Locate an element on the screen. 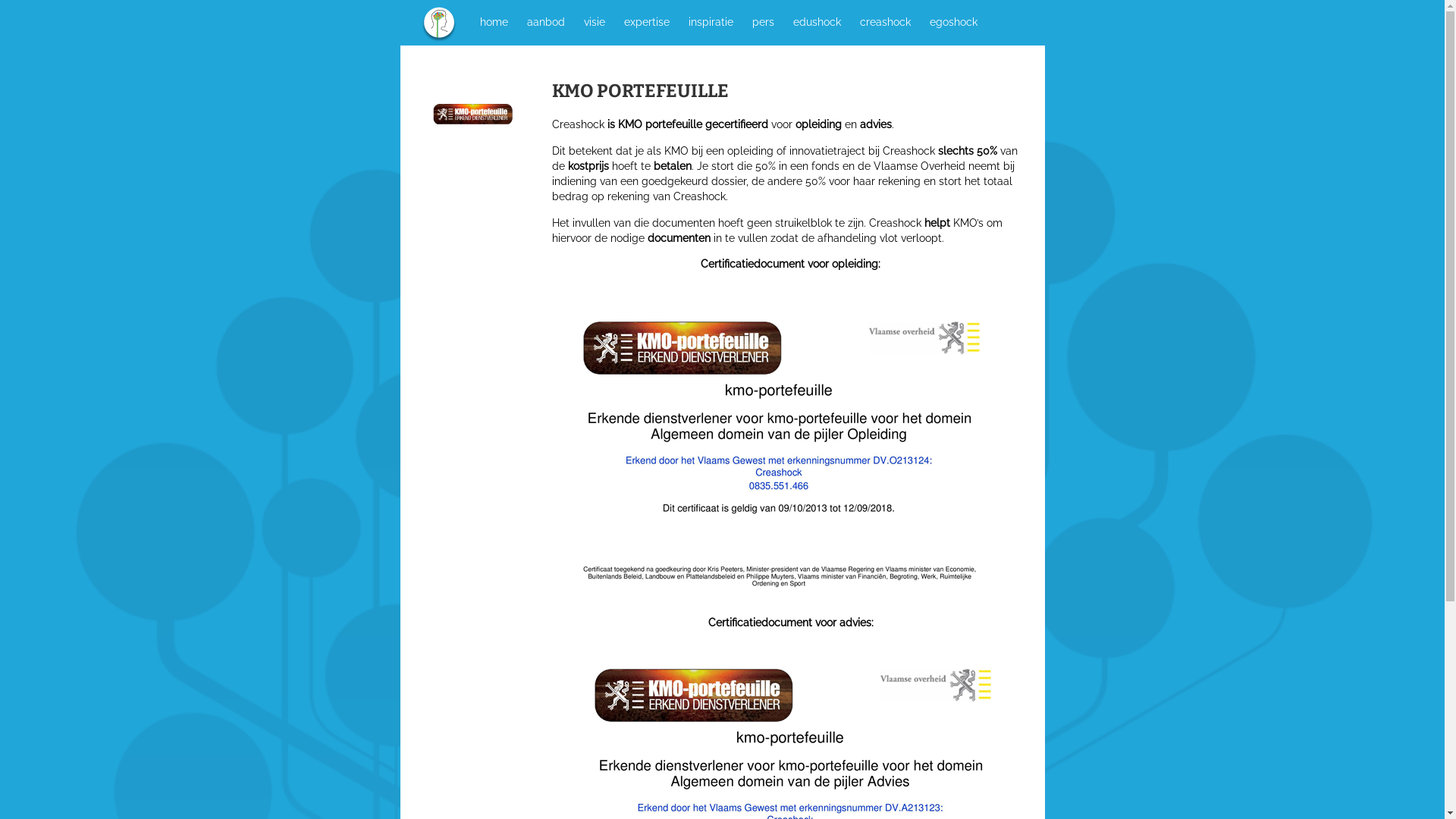  'creashock' is located at coordinates (884, 21).